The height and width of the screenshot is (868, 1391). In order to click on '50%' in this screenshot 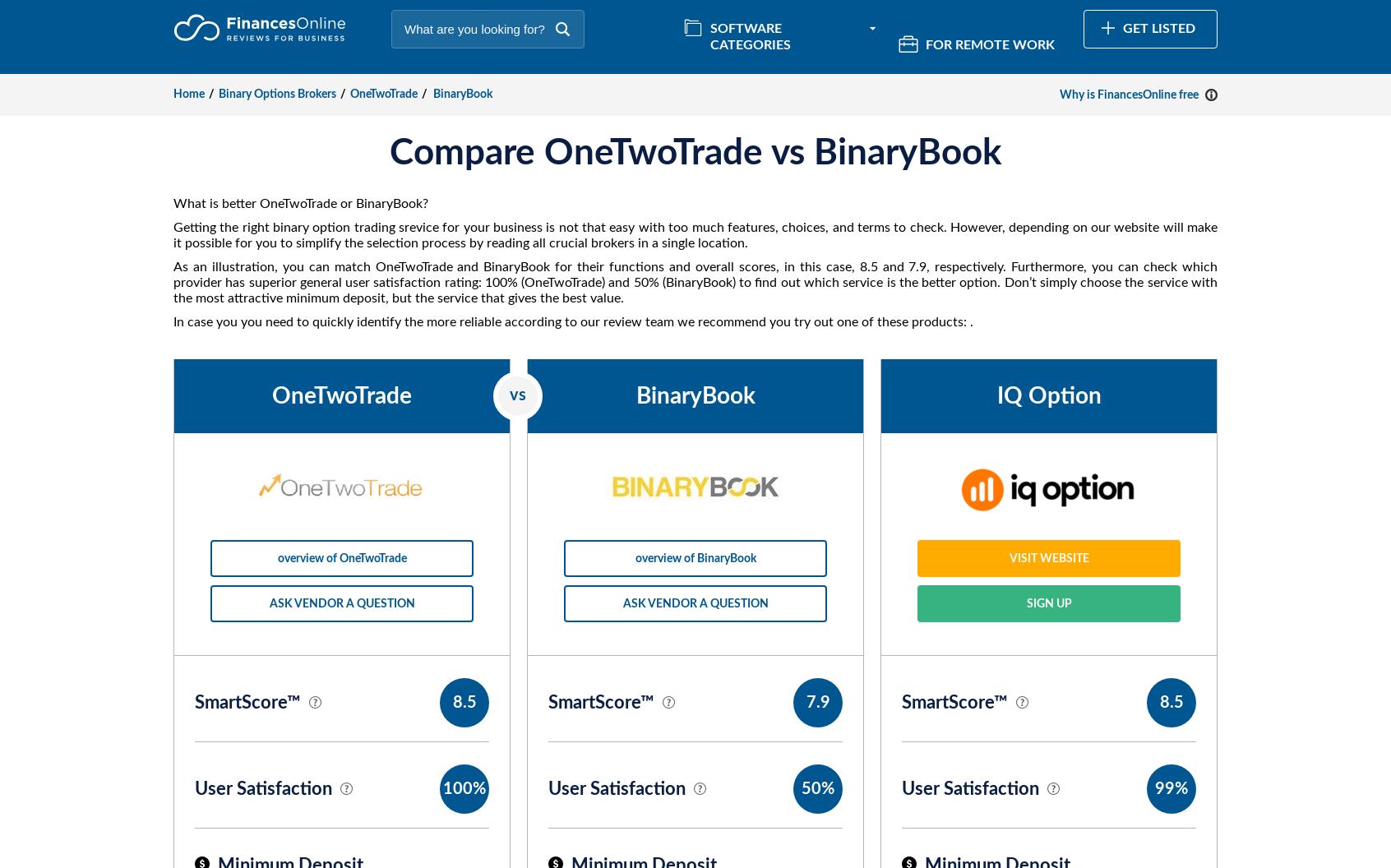, I will do `click(817, 789)`.